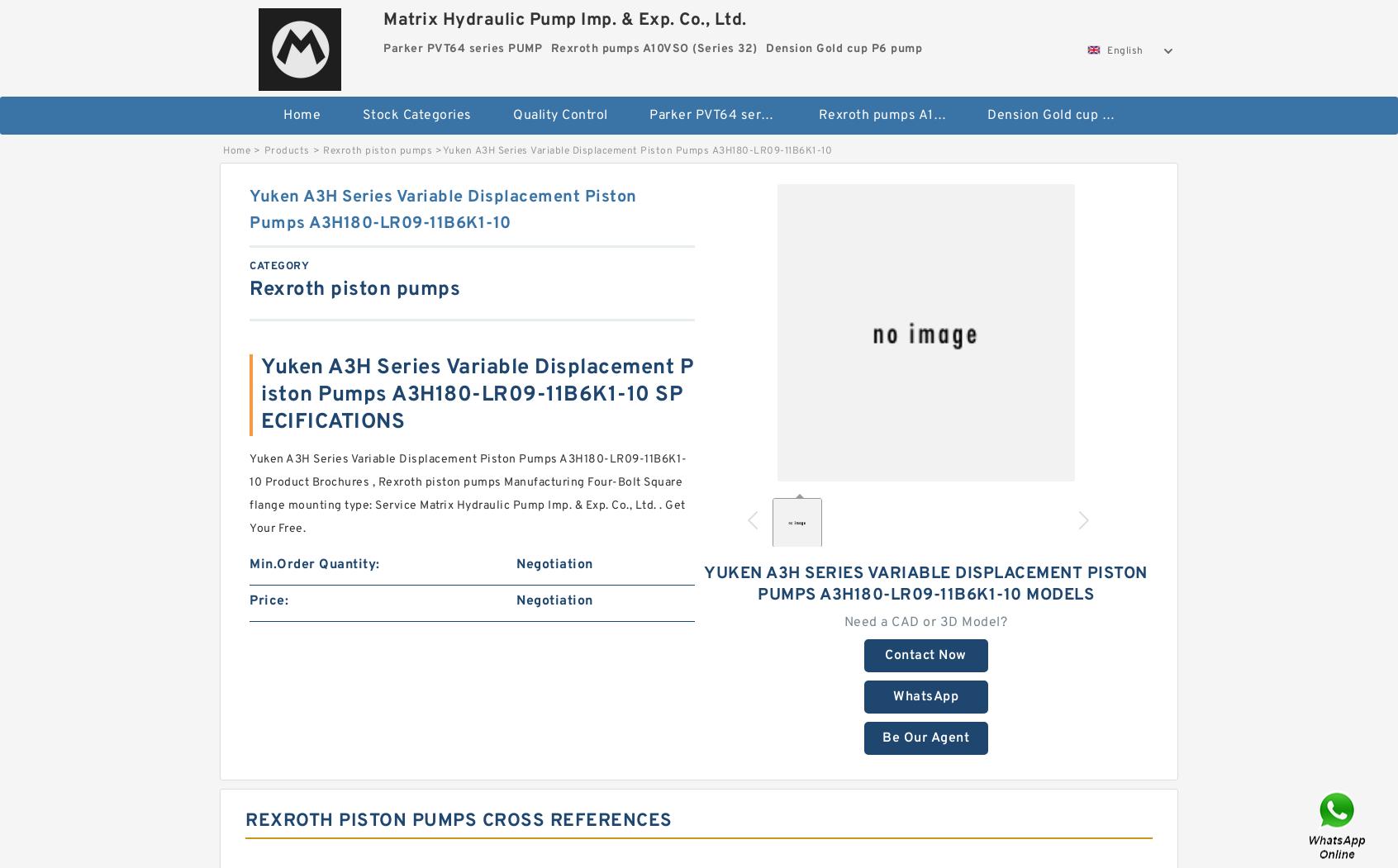 This screenshot has width=1398, height=868. I want to click on 'Yuken A3H Series Variable Displacement Piston Pumps A3H180-LR09-11B6K1-10 SPECIFICATIONS', so click(260, 394).